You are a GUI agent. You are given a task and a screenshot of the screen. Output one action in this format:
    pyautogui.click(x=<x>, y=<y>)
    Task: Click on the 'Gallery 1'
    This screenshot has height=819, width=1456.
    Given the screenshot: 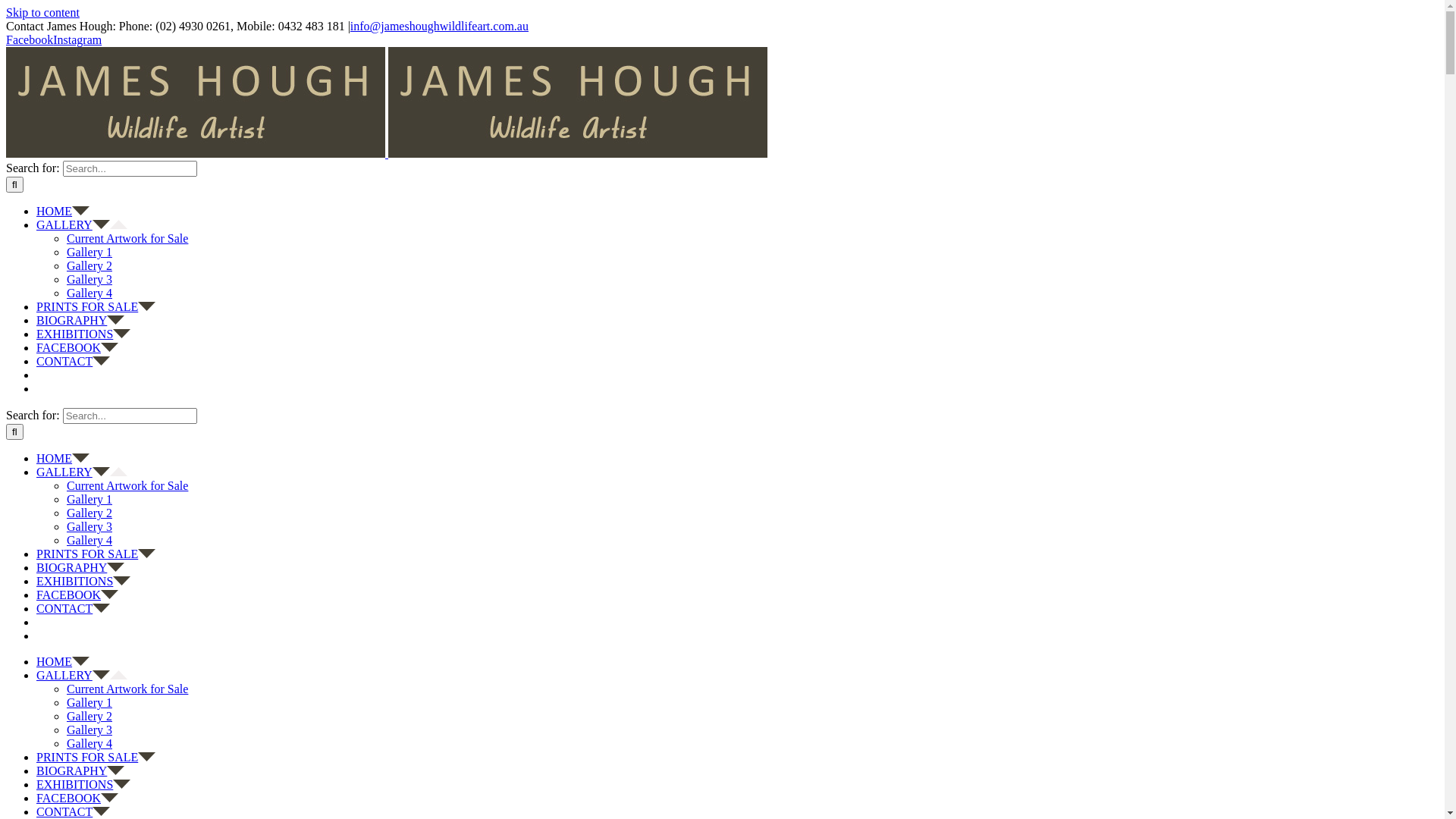 What is the action you would take?
    pyautogui.click(x=89, y=499)
    